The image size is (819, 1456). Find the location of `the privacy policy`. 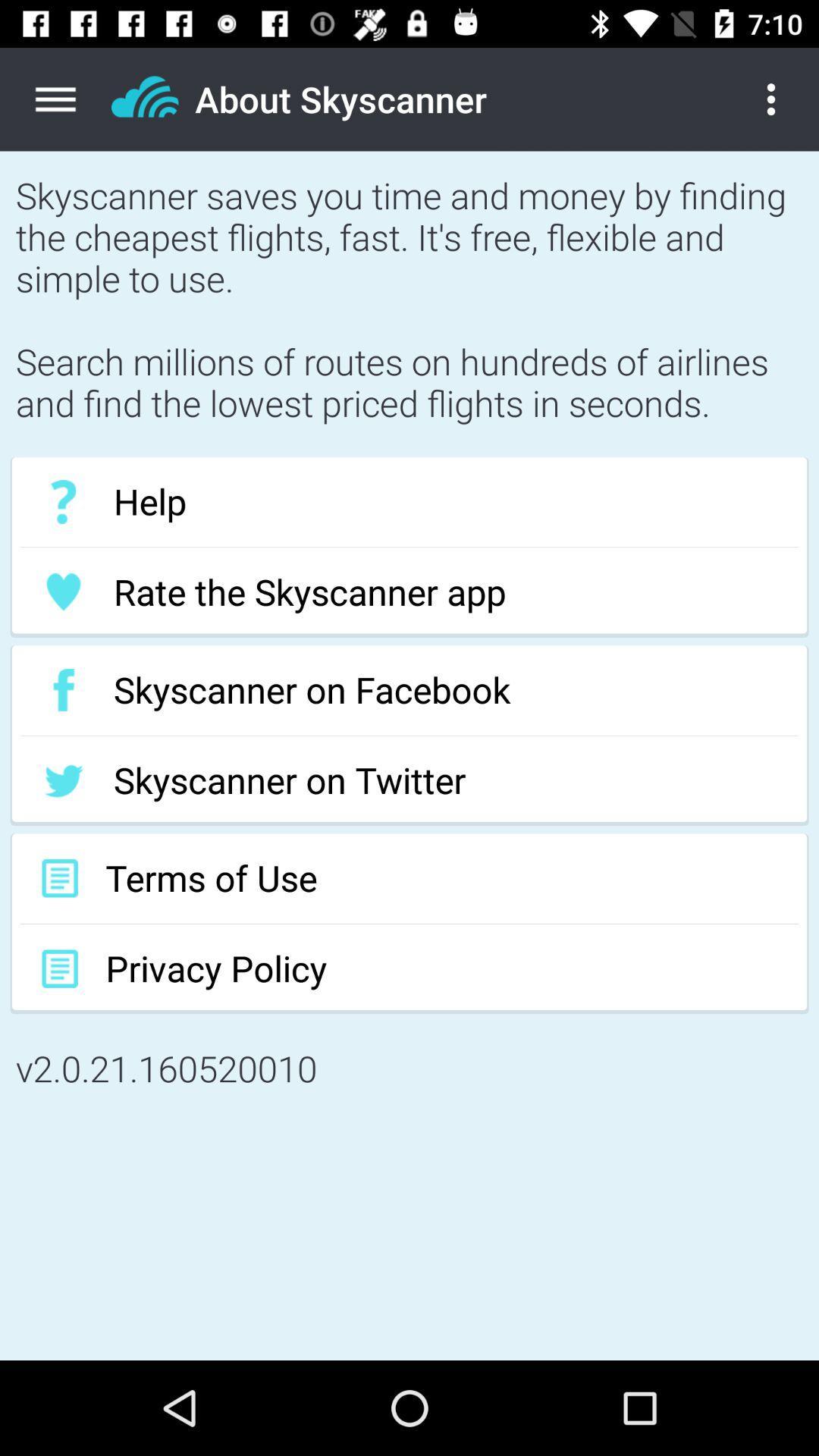

the privacy policy is located at coordinates (409, 968).